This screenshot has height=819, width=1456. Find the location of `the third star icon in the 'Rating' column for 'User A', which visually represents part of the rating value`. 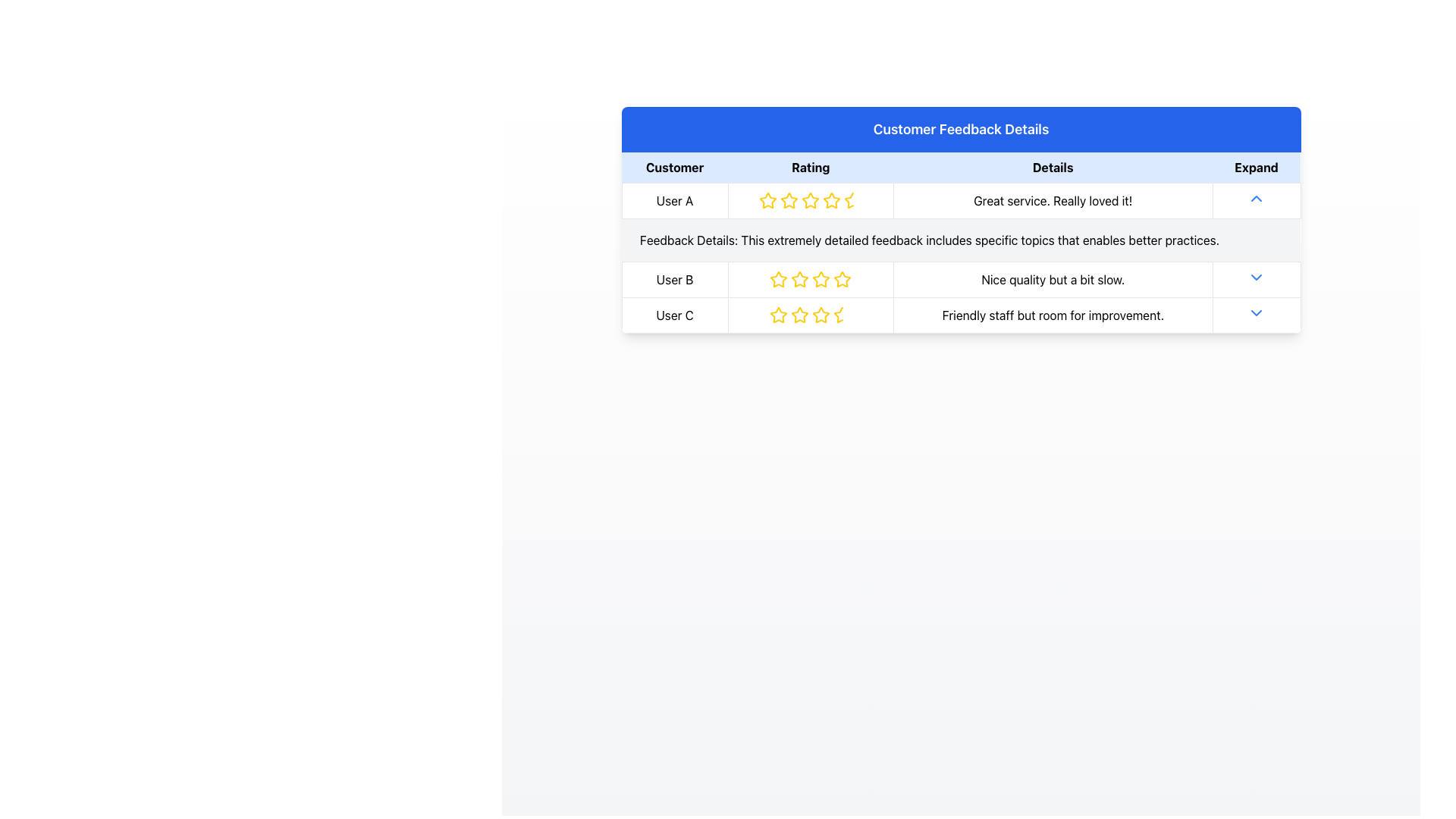

the third star icon in the 'Rating' column for 'User A', which visually represents part of the rating value is located at coordinates (810, 200).